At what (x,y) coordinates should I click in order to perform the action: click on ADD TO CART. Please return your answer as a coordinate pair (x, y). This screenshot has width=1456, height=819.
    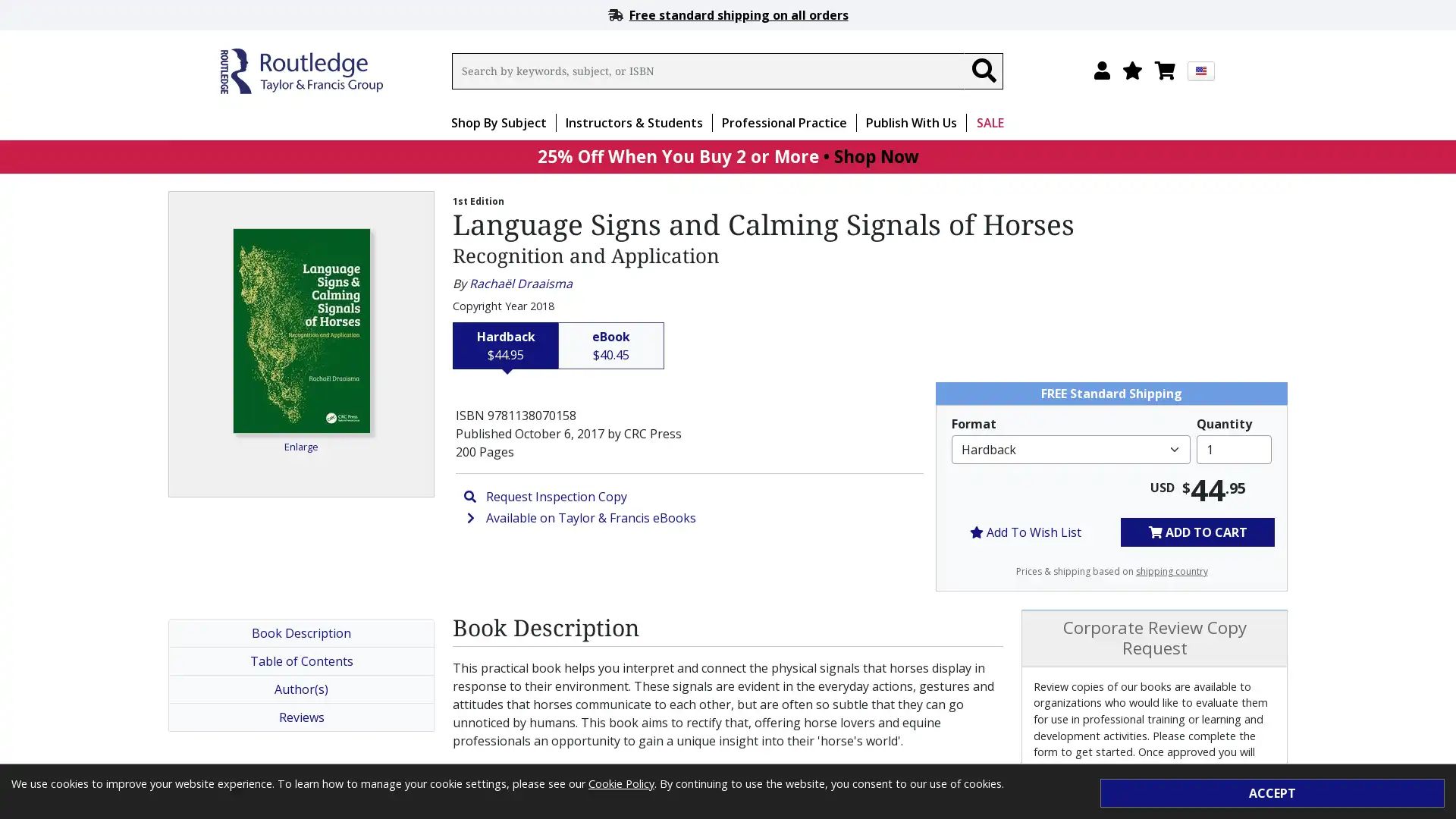
    Looking at the image, I should click on (1197, 531).